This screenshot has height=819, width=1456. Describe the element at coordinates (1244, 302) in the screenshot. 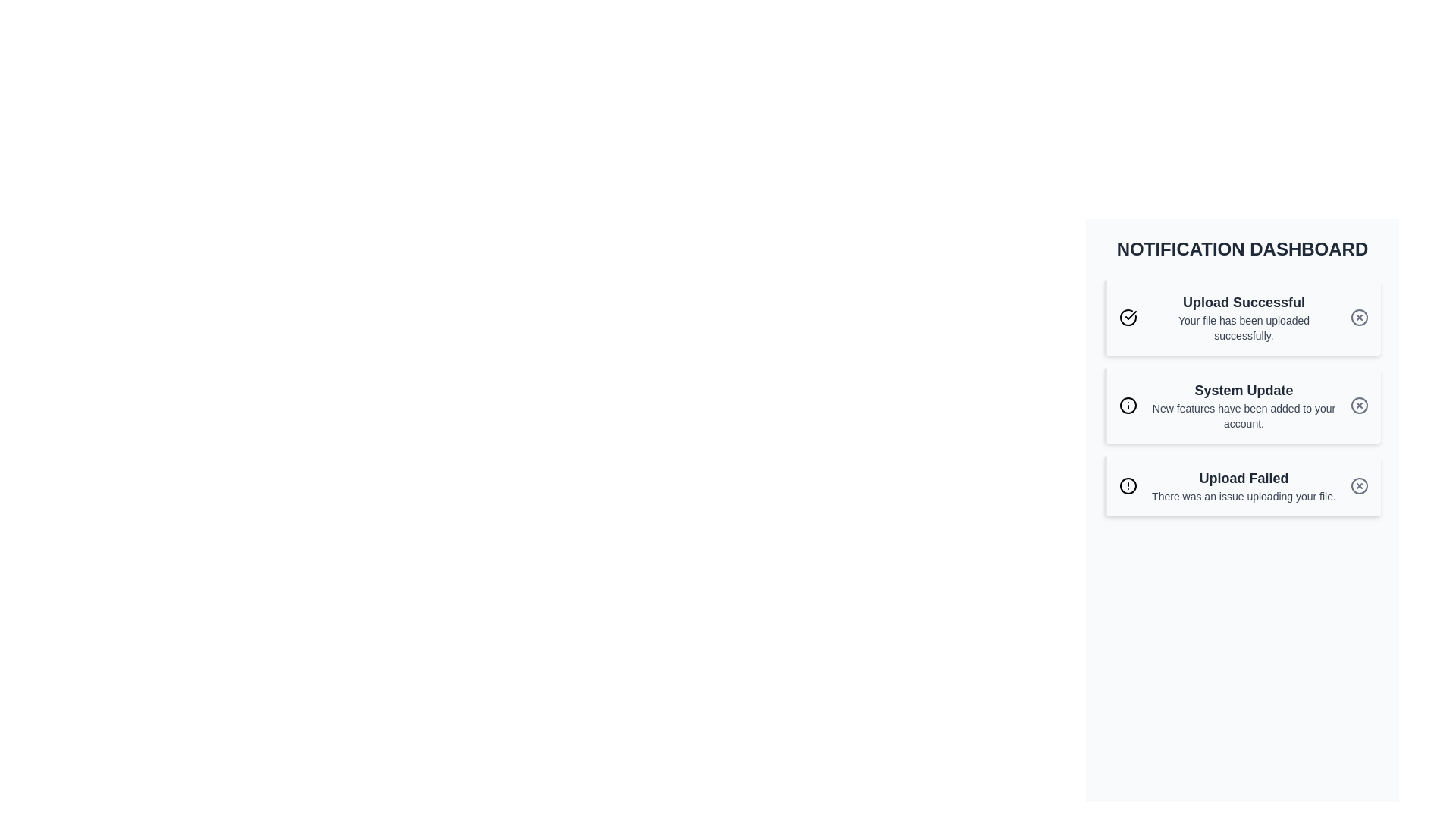

I see `title text of the notification located at the top of the notification card in the 'Notification Dashboard', which summarizes the associated message` at that location.